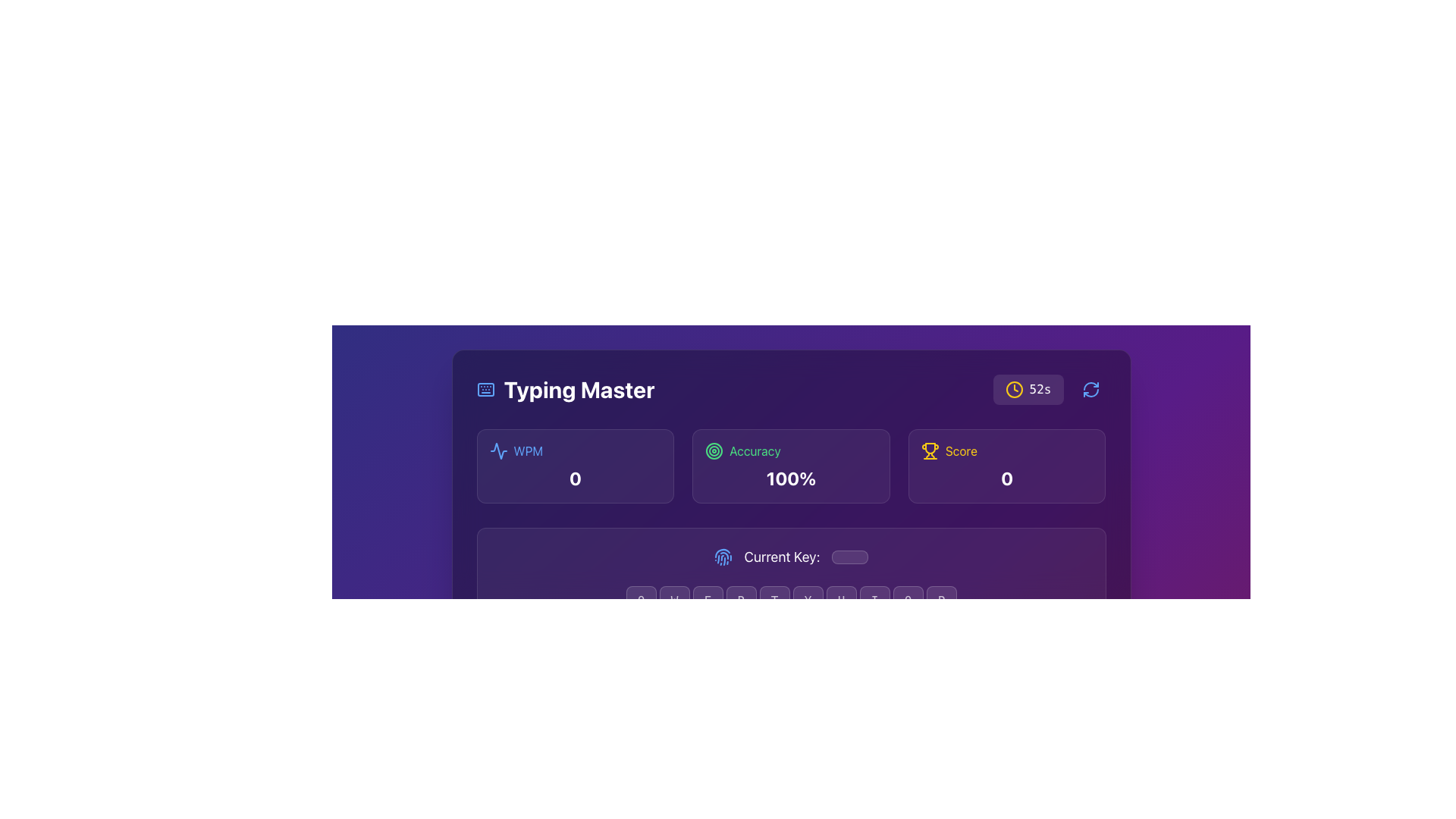 This screenshot has height=819, width=1456. What do you see at coordinates (741, 601) in the screenshot?
I see `the 'R' button, which is the fourth button in a sequence of ten keys (Q, W, E, R, T, Y, U, I, O, P) located below the label 'Current Key:'` at bounding box center [741, 601].